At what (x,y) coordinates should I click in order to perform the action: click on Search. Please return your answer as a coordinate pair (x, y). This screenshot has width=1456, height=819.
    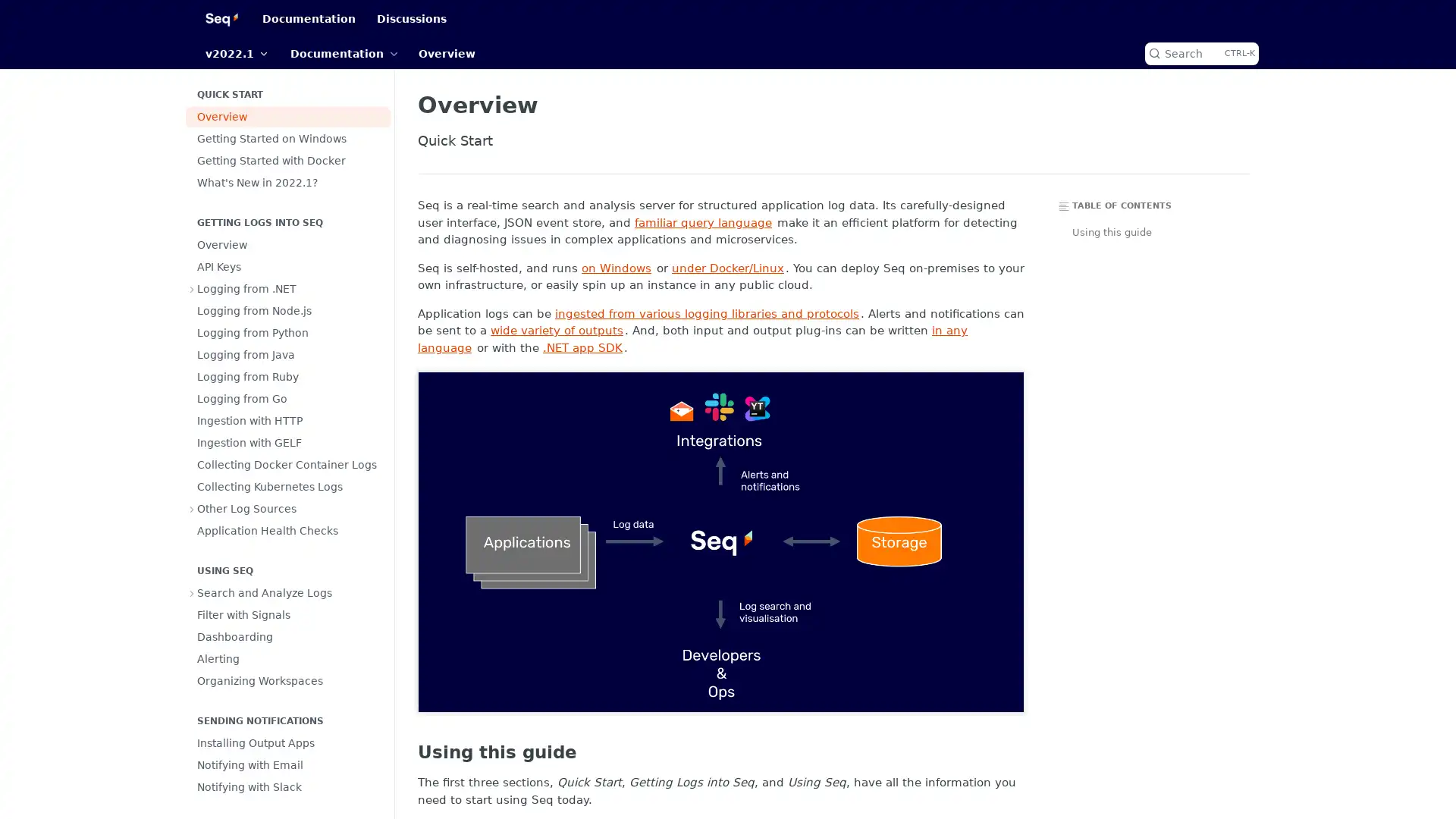
    Looking at the image, I should click on (1200, 52).